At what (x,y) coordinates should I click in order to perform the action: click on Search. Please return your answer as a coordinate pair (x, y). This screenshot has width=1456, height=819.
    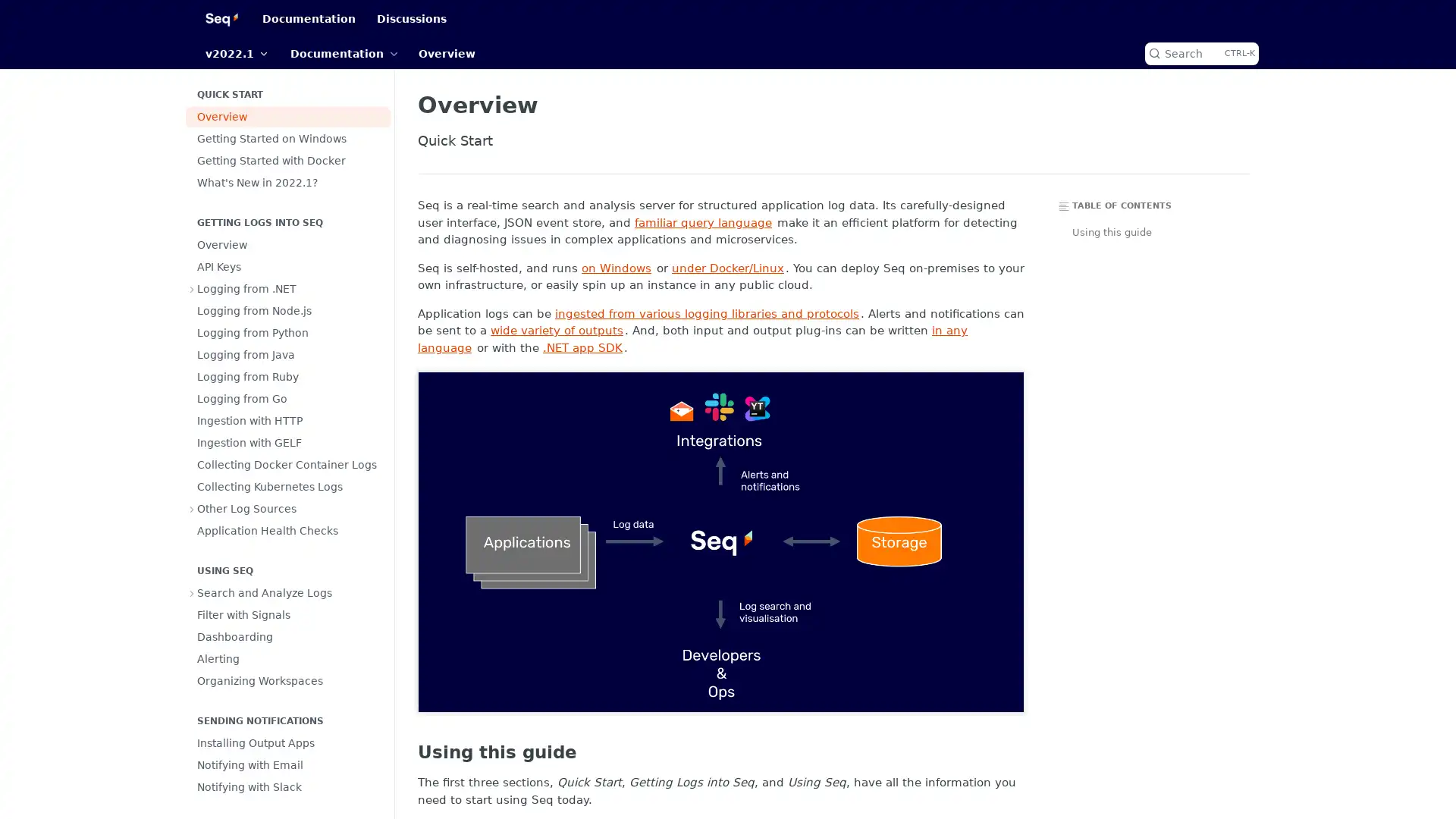
    Looking at the image, I should click on (1200, 52).